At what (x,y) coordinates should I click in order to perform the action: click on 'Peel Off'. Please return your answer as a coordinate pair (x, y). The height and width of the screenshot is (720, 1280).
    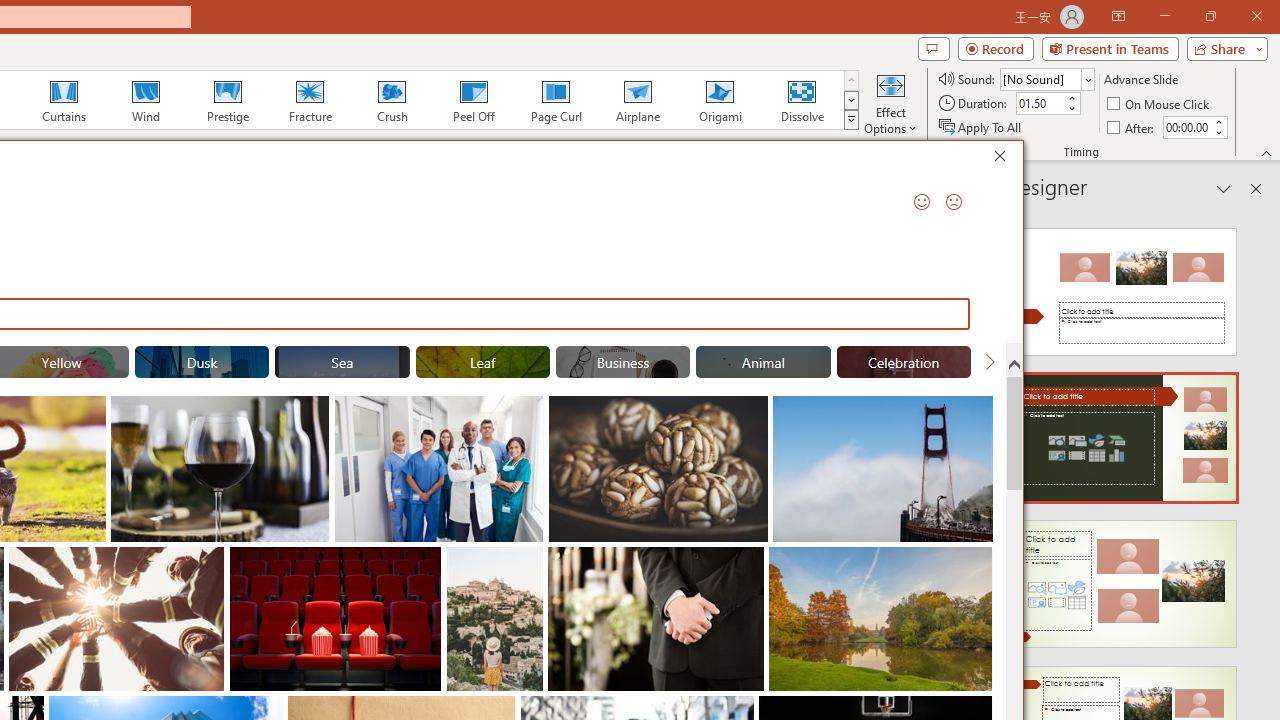
    Looking at the image, I should click on (472, 100).